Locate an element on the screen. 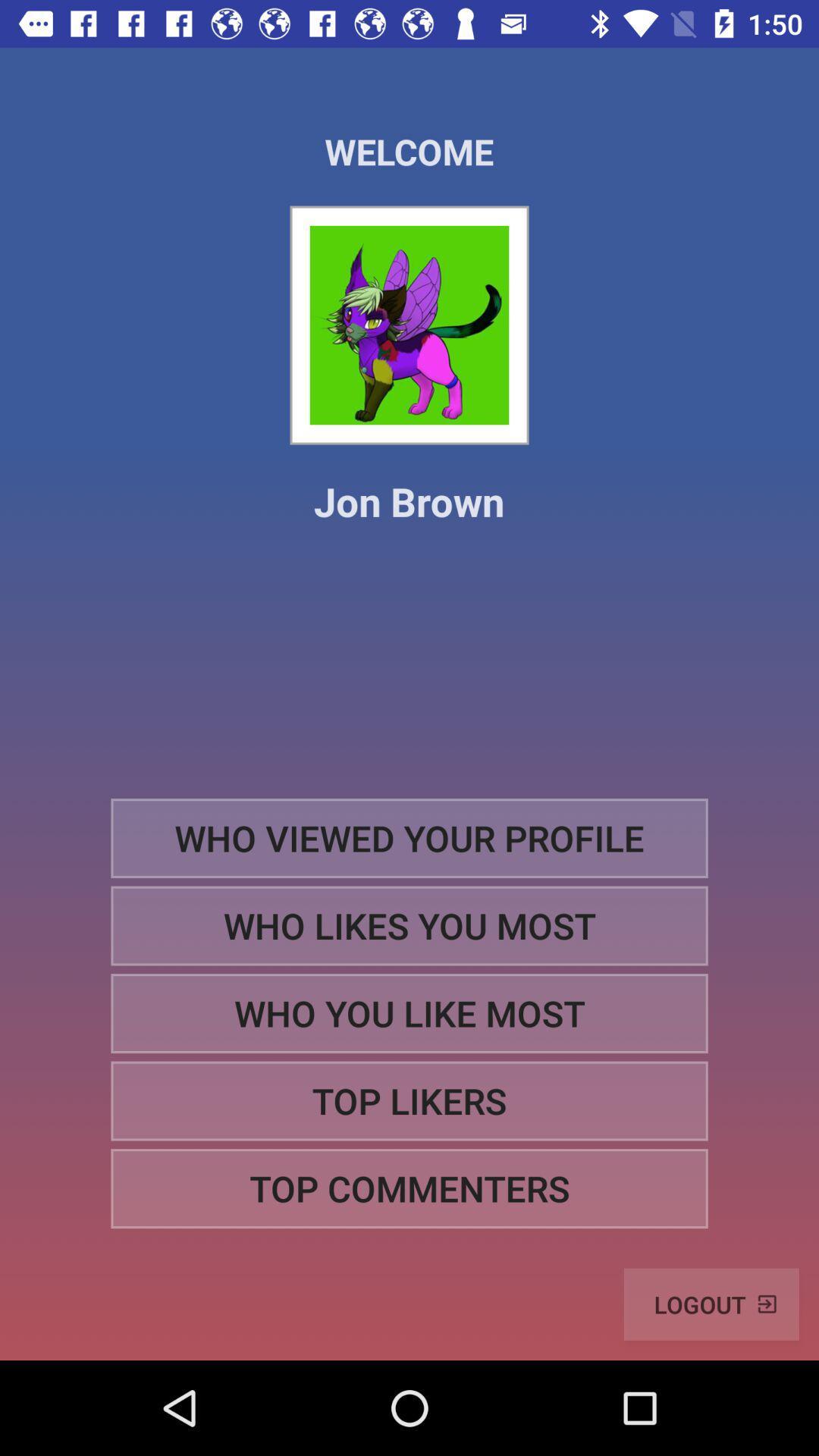 This screenshot has height=1456, width=819. the item above the who likes you is located at coordinates (409, 837).